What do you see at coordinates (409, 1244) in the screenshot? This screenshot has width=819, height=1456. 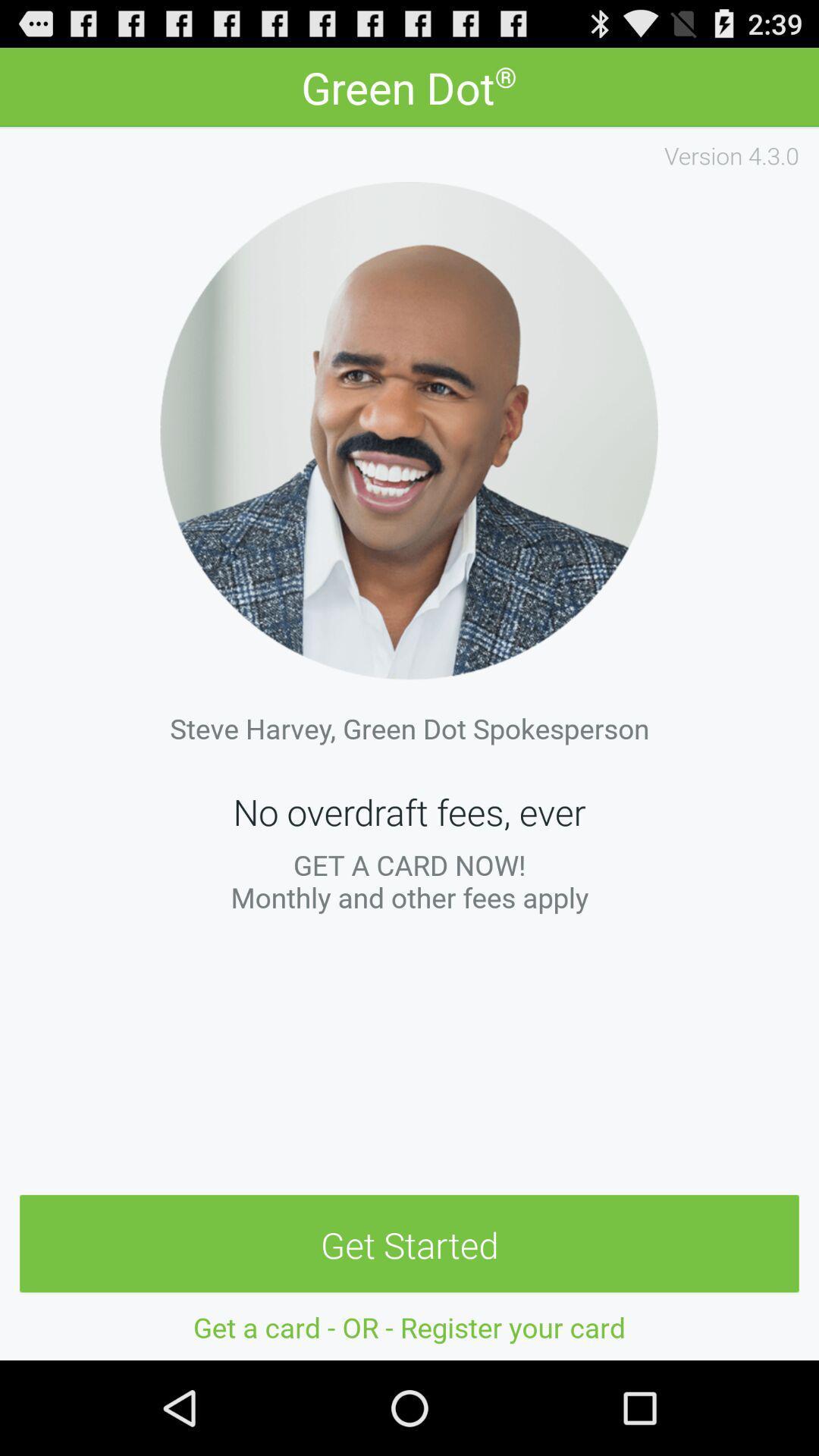 I see `get started` at bounding box center [409, 1244].